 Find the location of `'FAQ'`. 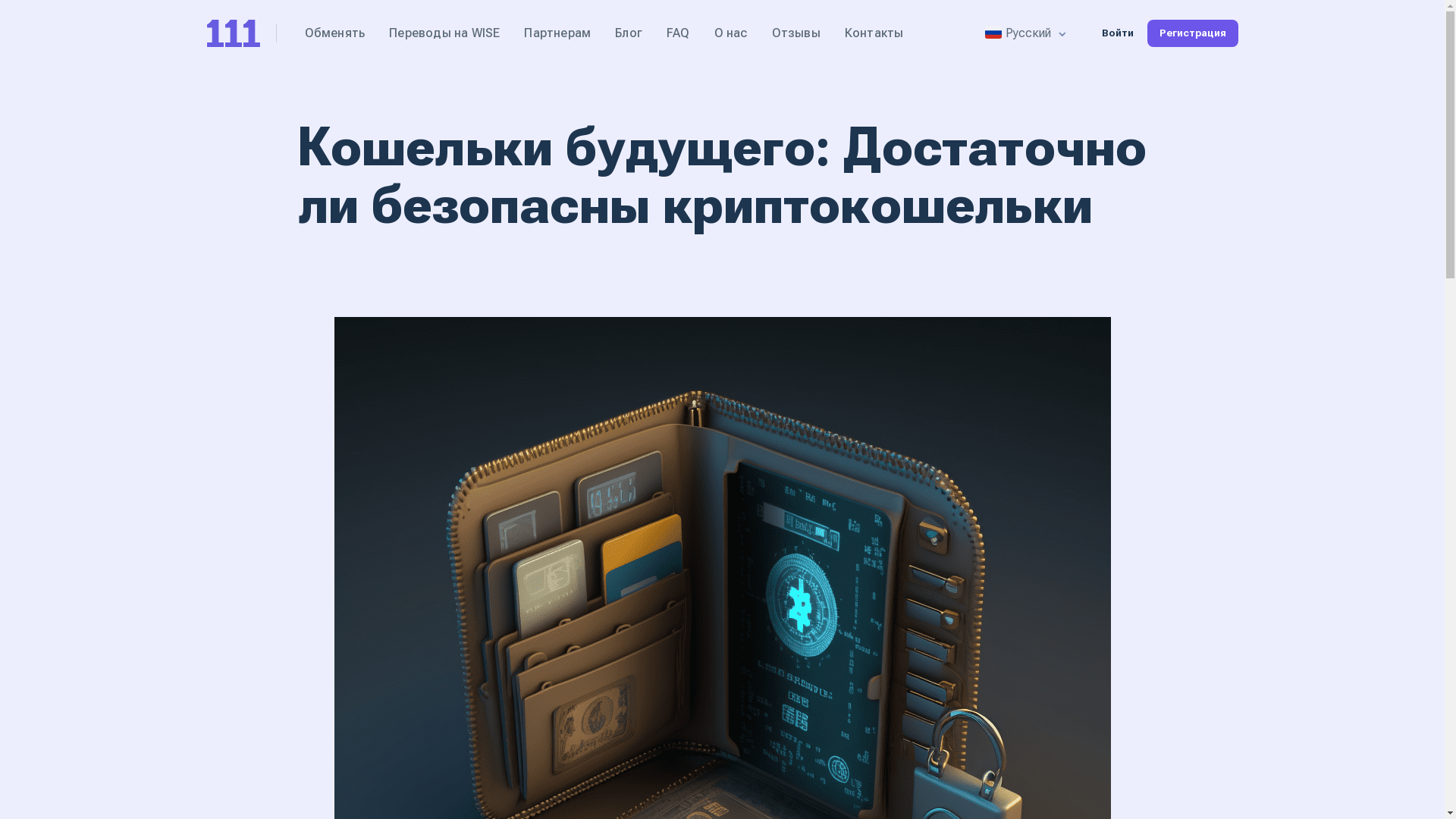

'FAQ' is located at coordinates (677, 33).